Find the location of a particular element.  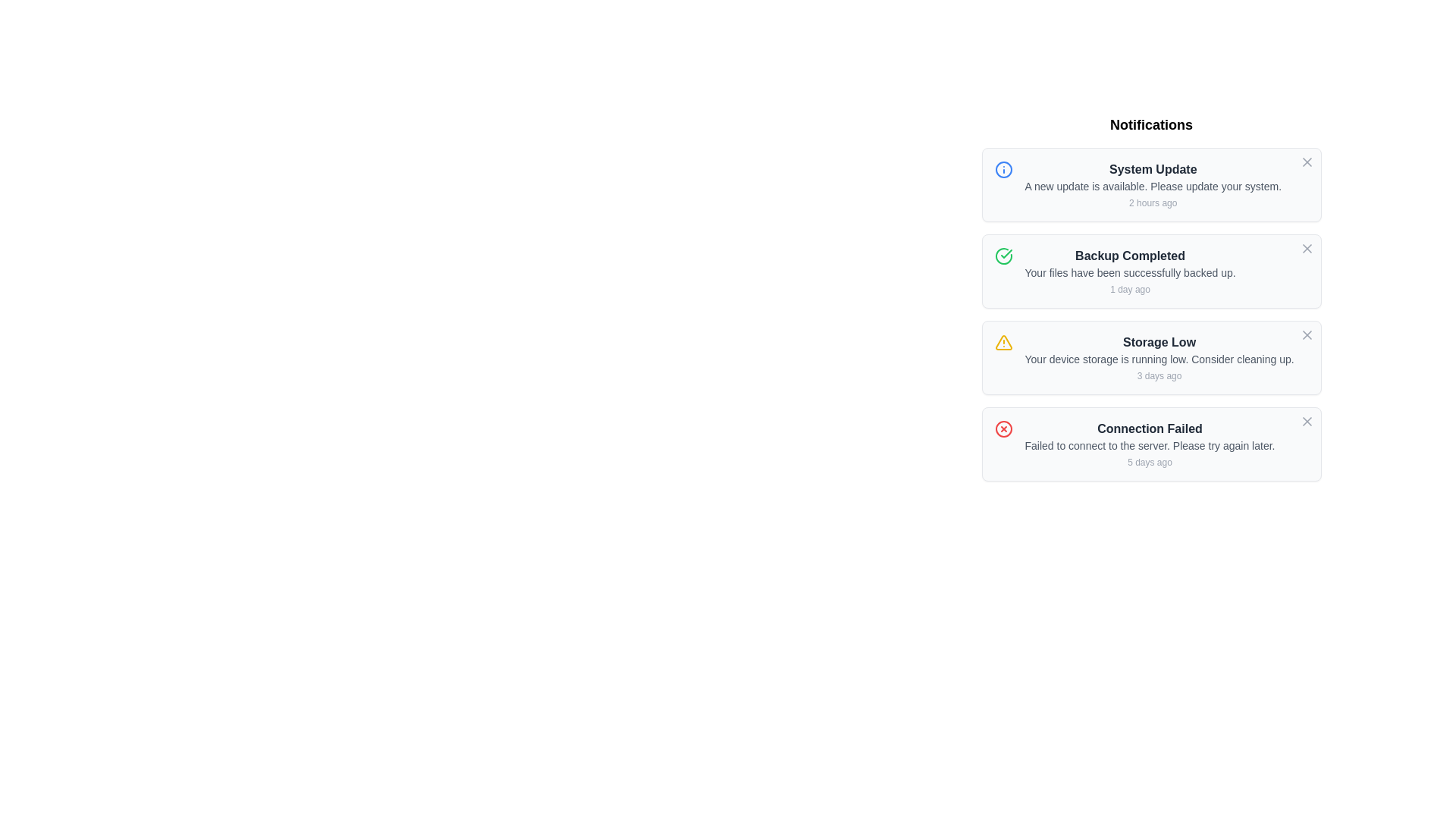

error message displayed in the Notification message block titled 'Connection Failed', which explains 'Failed to connect to the server. Please try again later.' is located at coordinates (1150, 444).